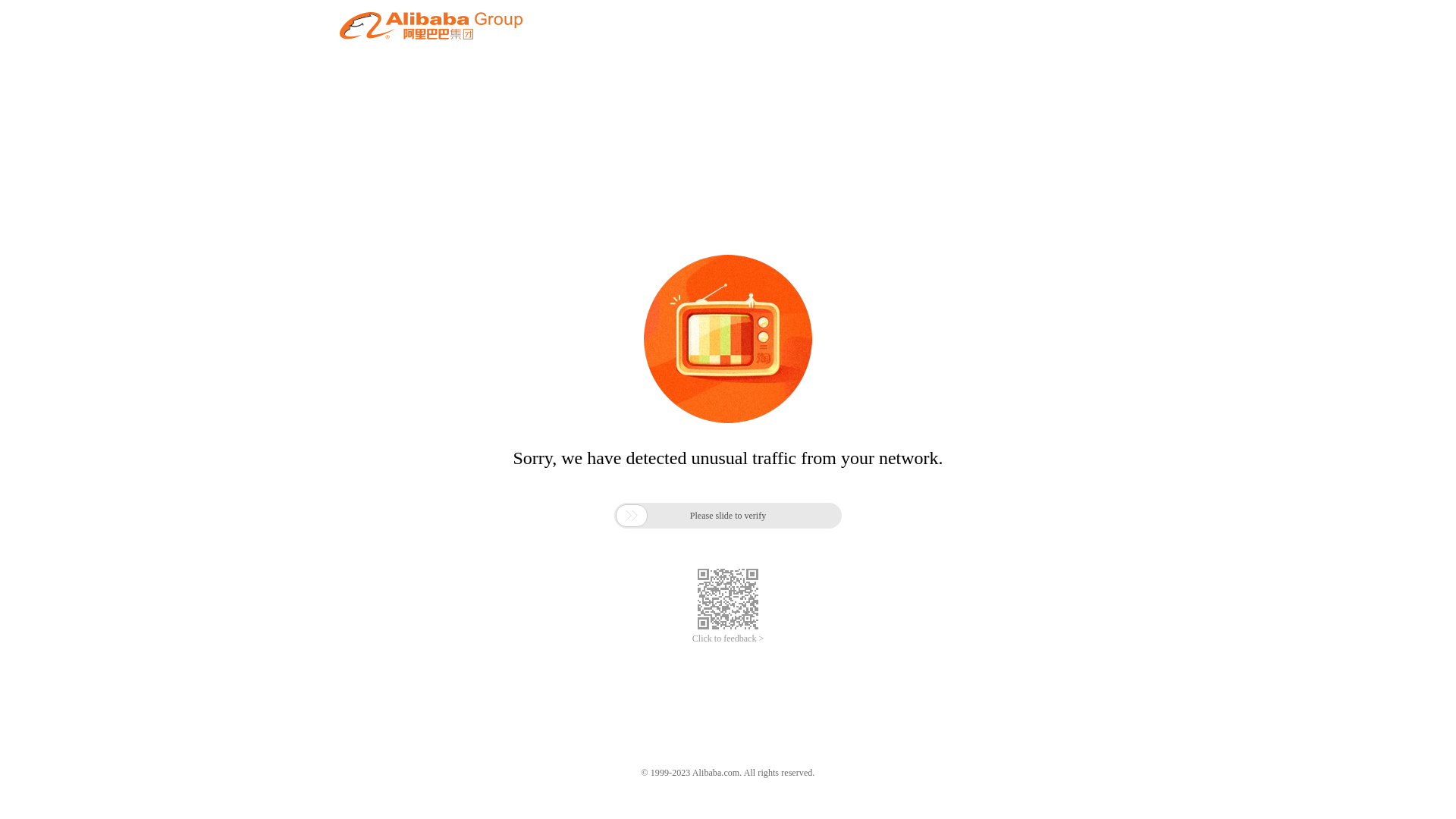  Describe the element at coordinates (728, 639) in the screenshot. I see `'Click to feedback >'` at that location.